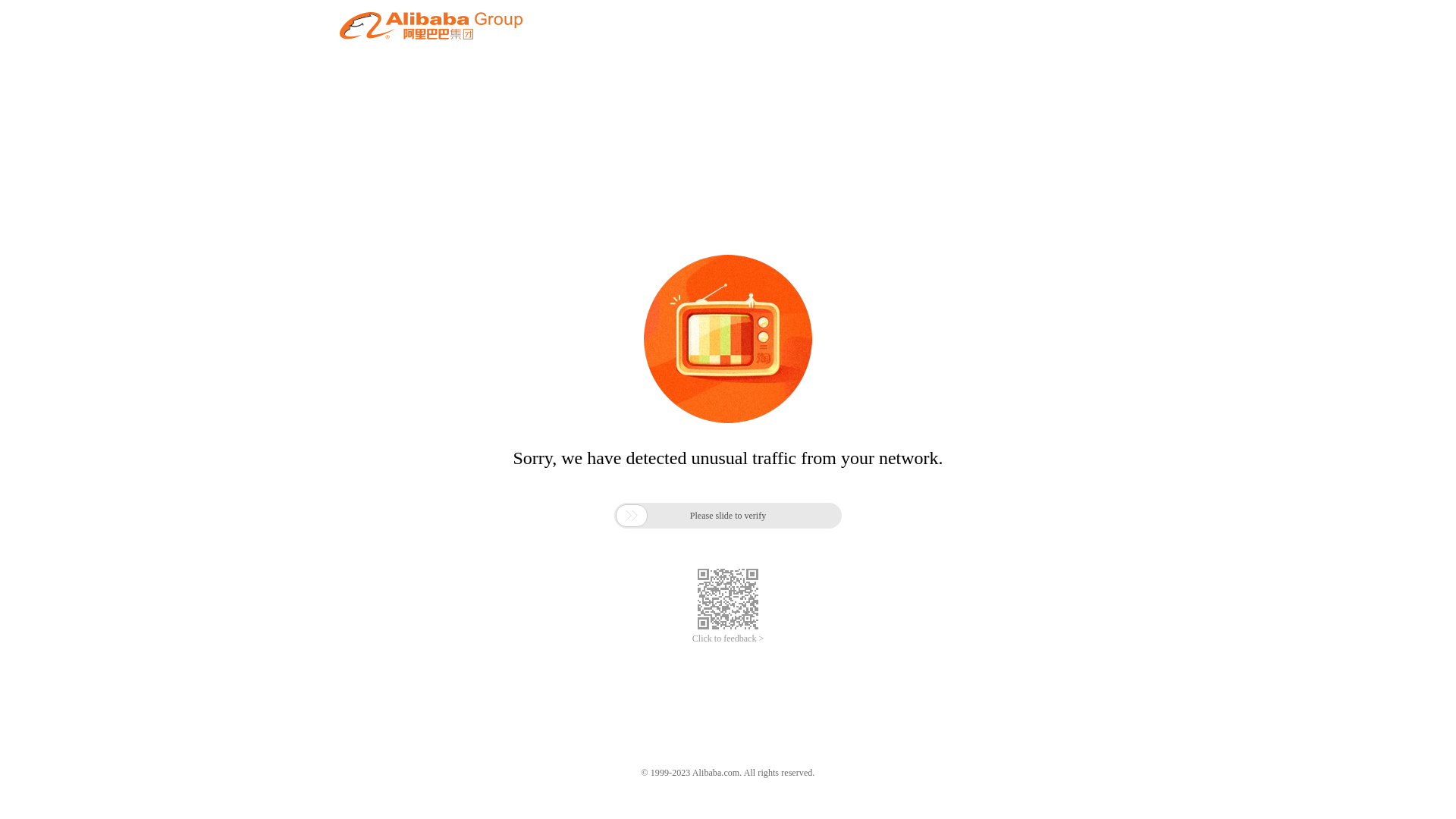  Describe the element at coordinates (728, 639) in the screenshot. I see `'Click to feedback >'` at that location.